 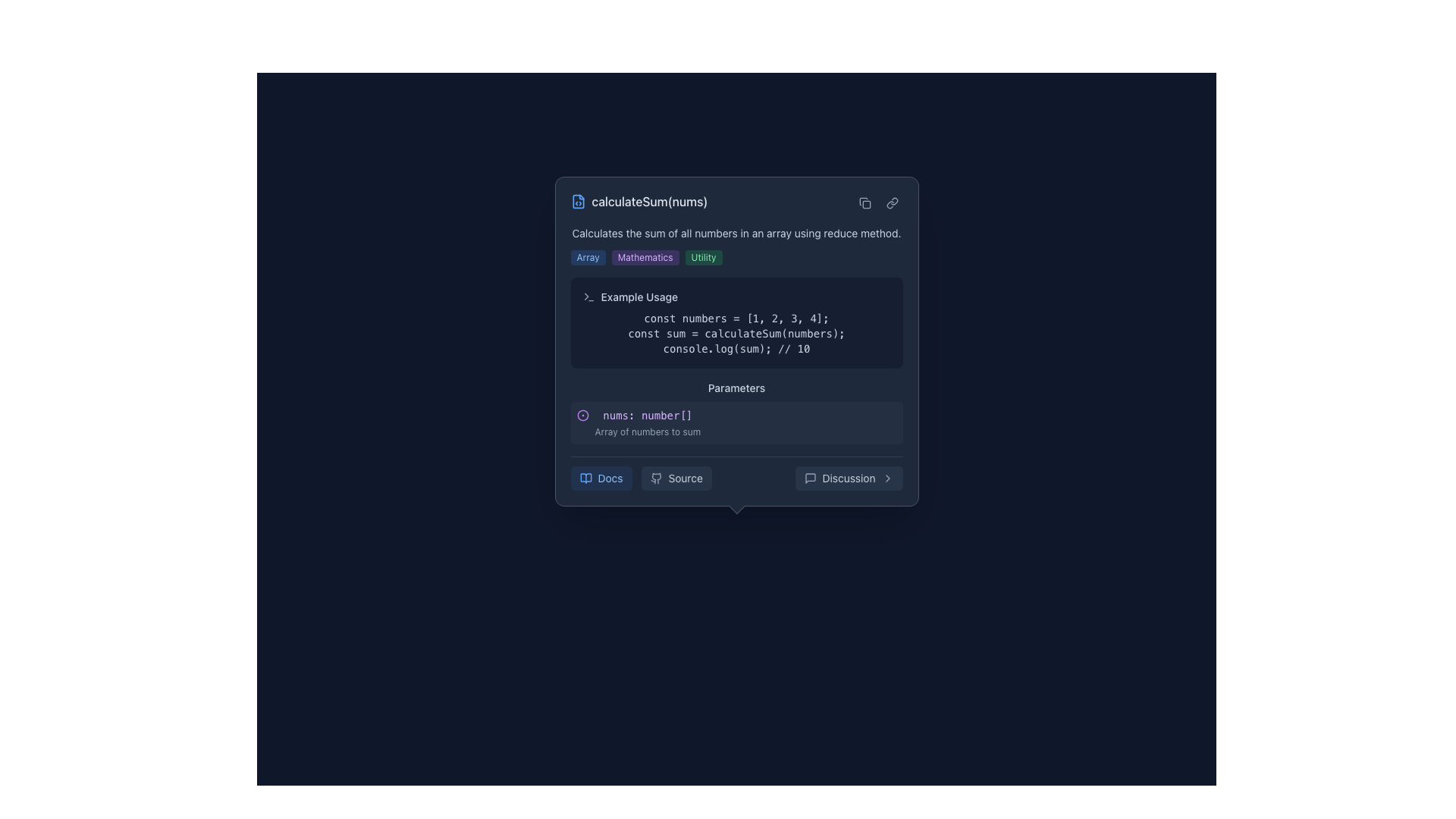 I want to click on the GitHub icon, which features a minimalist light gray cat silhouette with a curled tail, located to the left of the 'Source' button's textual label, so click(x=656, y=479).